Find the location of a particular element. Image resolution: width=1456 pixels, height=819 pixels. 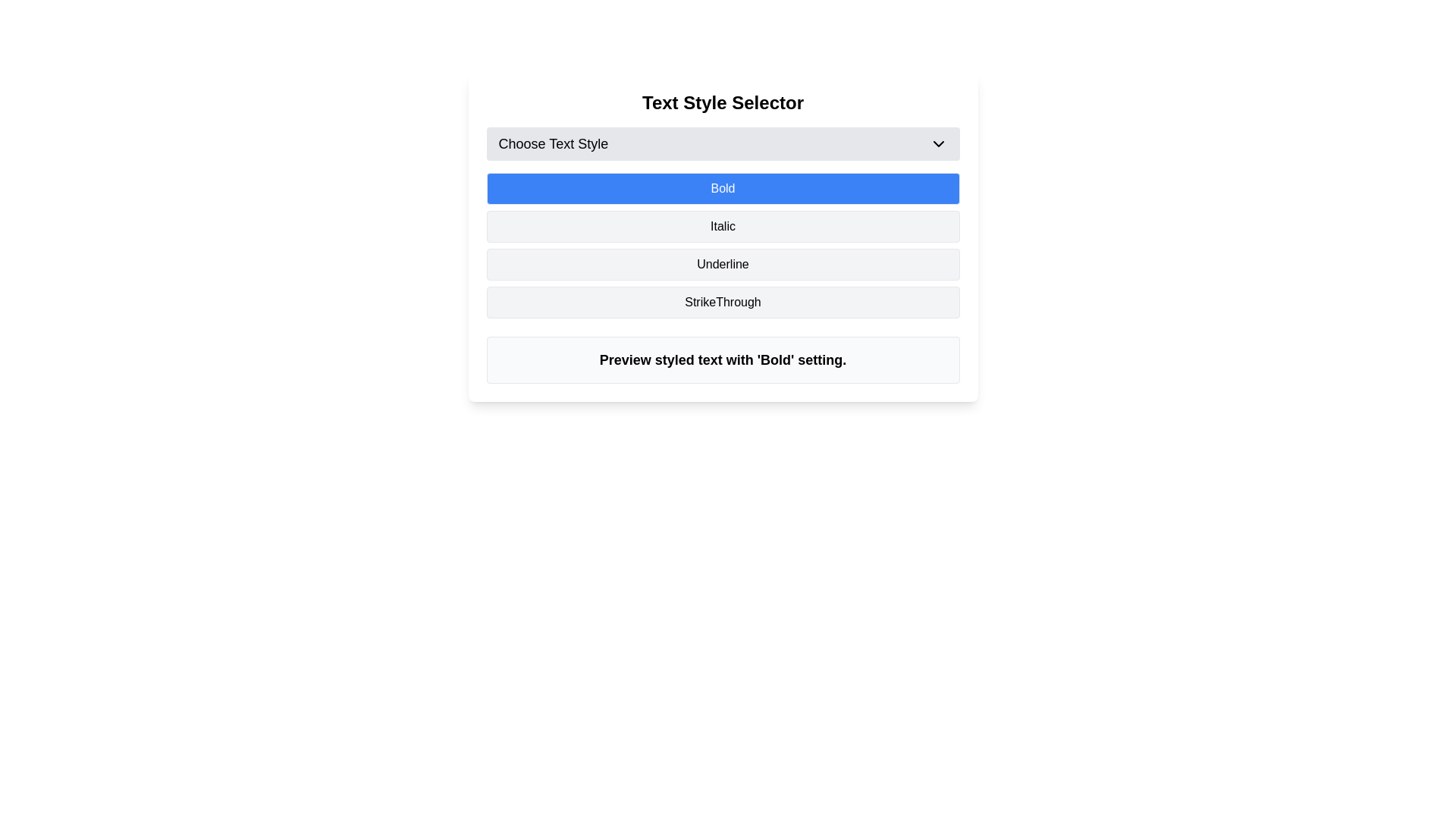

the 'Italic' button to visualize its hover effect, which changes the background to blue with white text is located at coordinates (722, 227).